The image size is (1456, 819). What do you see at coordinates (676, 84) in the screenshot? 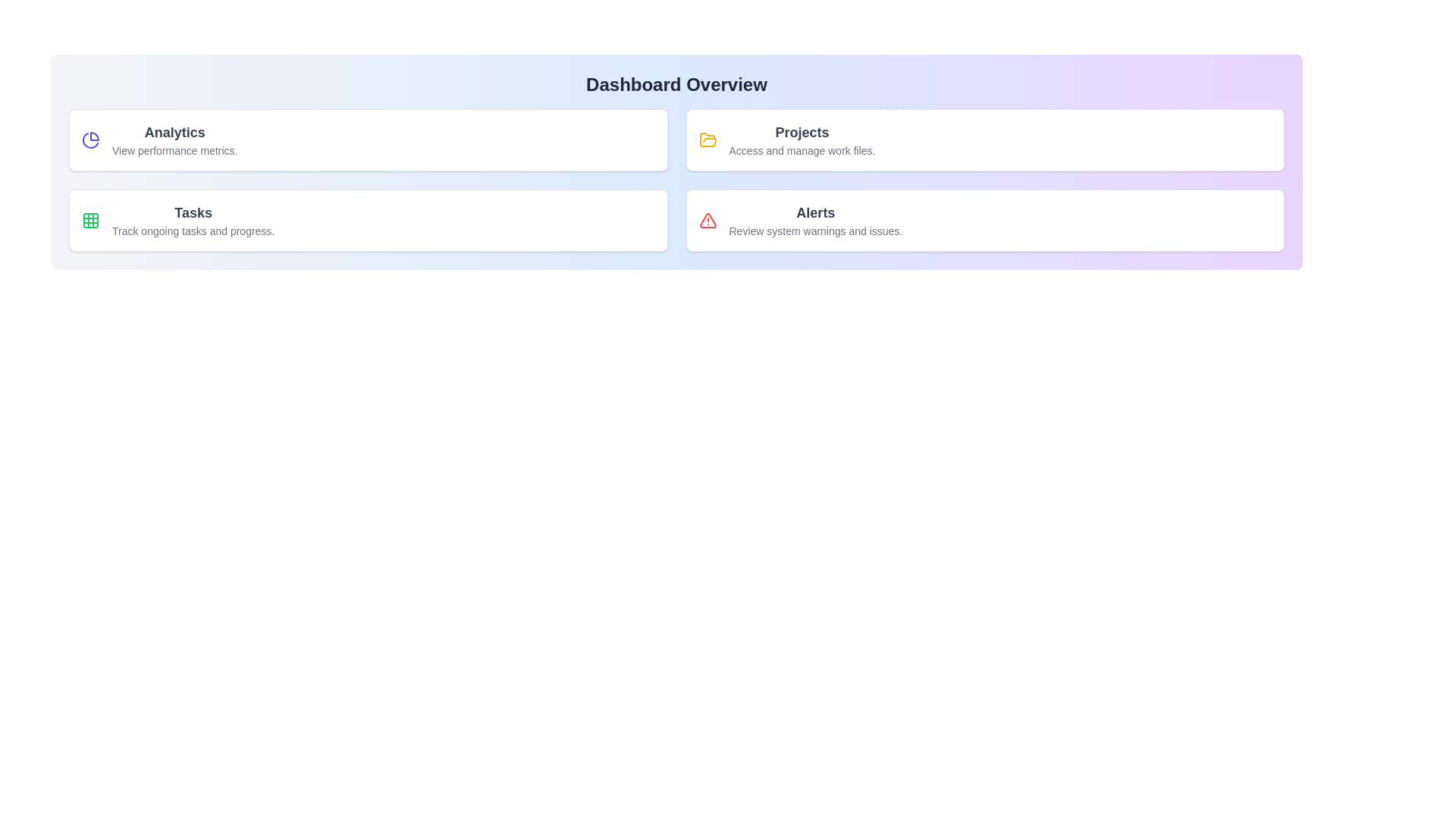
I see `the 'Dashboard Overview' title` at bounding box center [676, 84].